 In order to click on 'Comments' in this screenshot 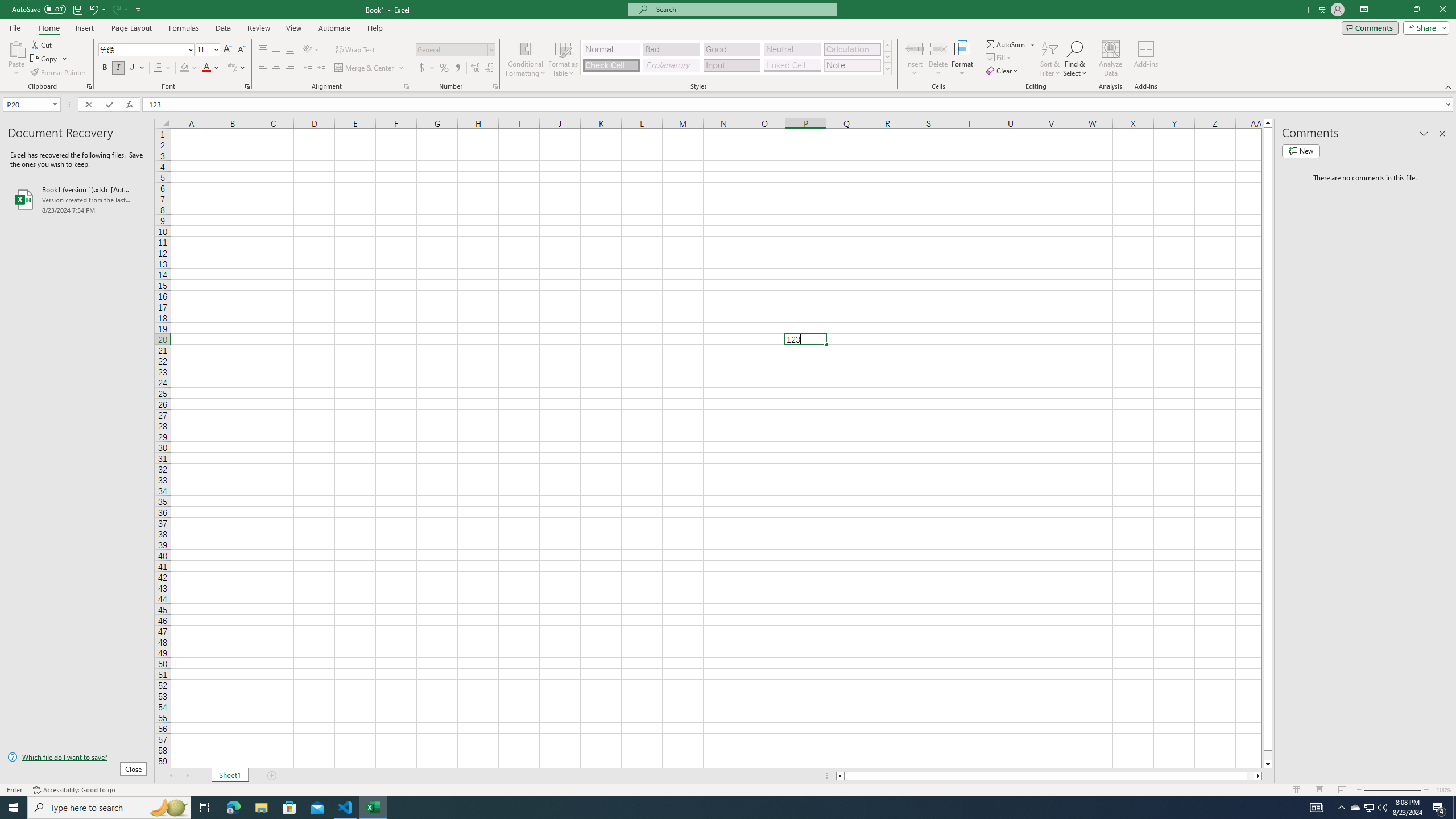, I will do `click(1370, 27)`.